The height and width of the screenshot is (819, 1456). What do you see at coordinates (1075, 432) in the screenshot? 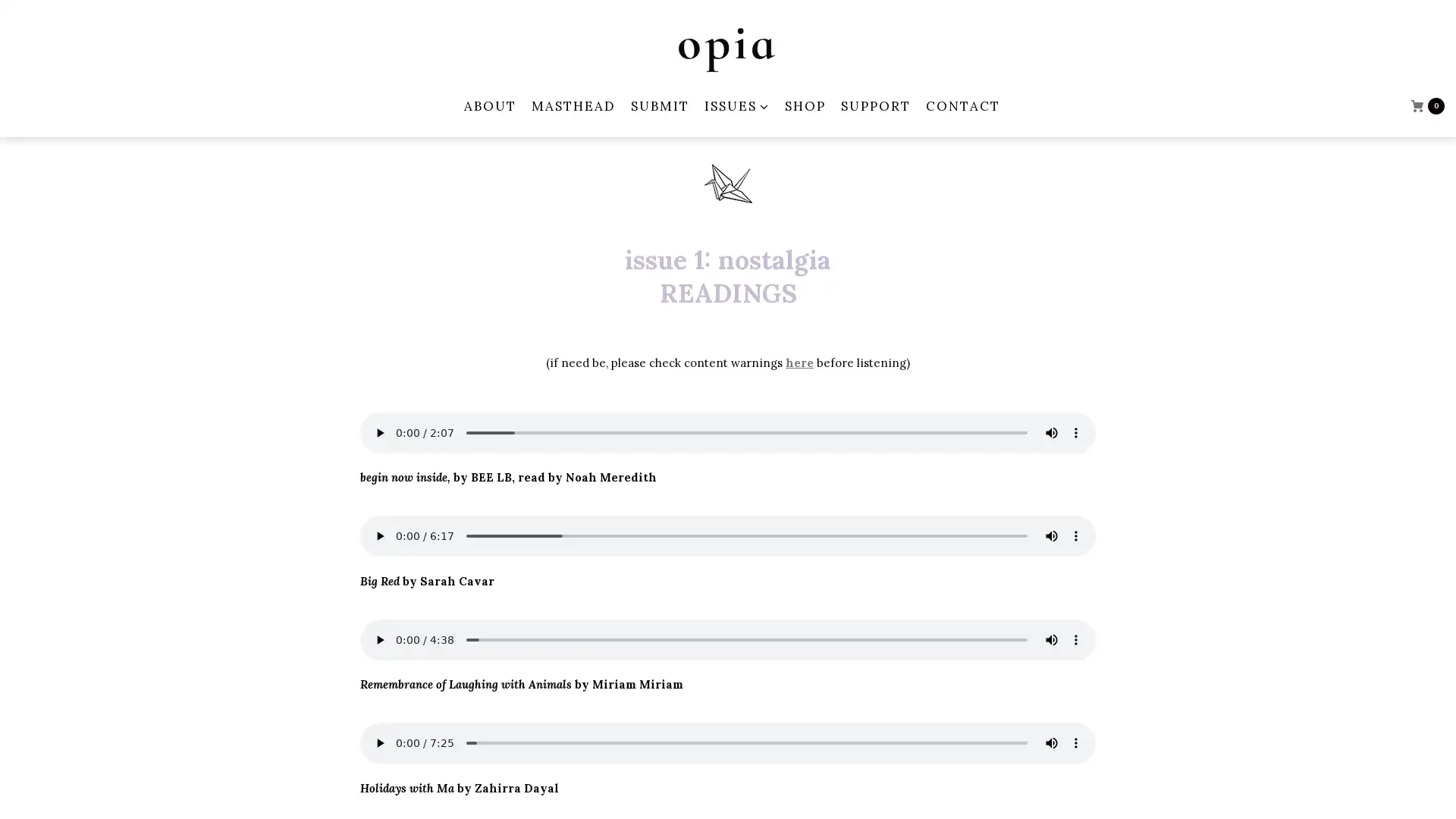
I see `show more media controls` at bounding box center [1075, 432].